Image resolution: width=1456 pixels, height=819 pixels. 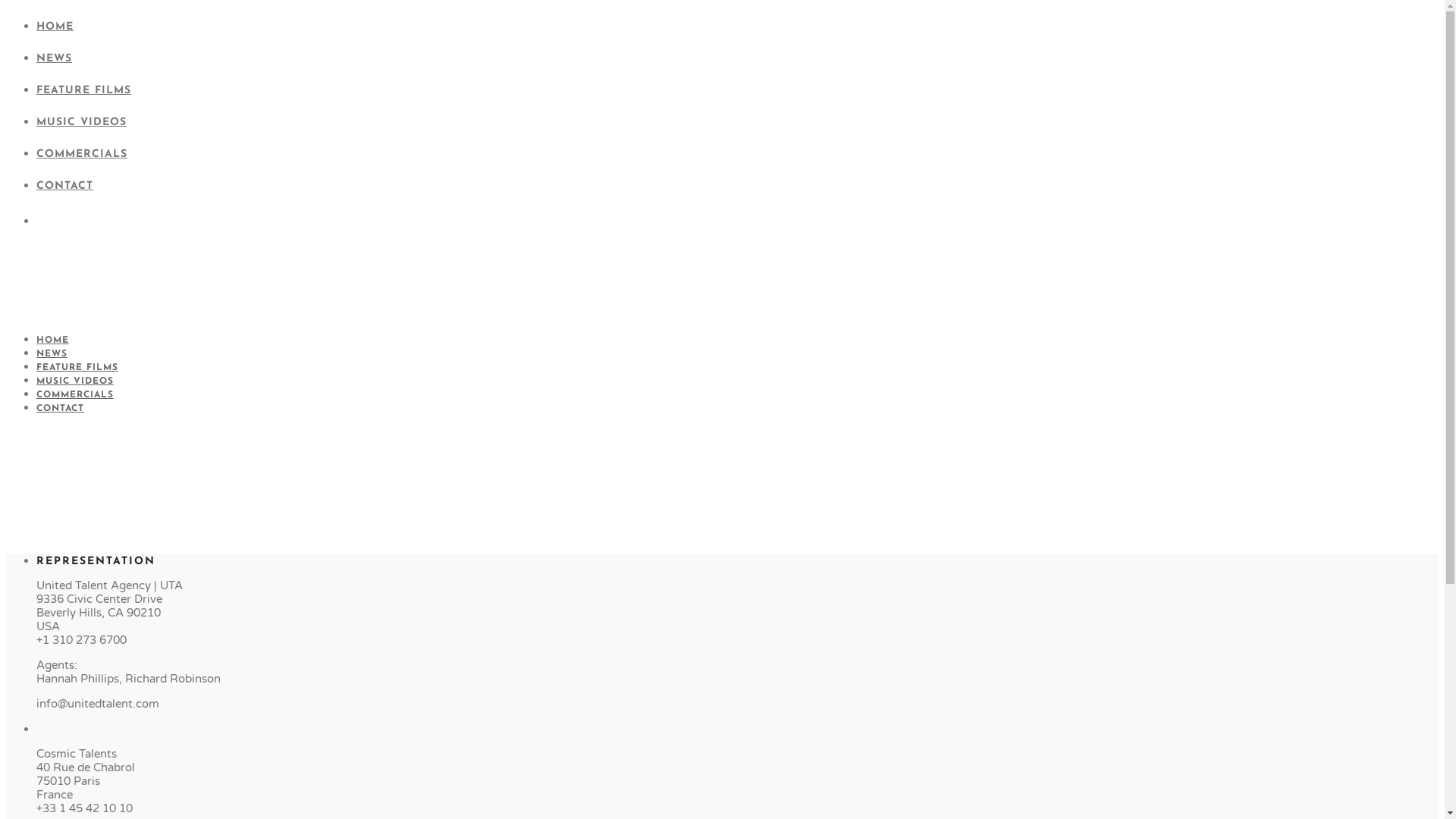 I want to click on 'FEATURE FILMS', so click(x=76, y=368).